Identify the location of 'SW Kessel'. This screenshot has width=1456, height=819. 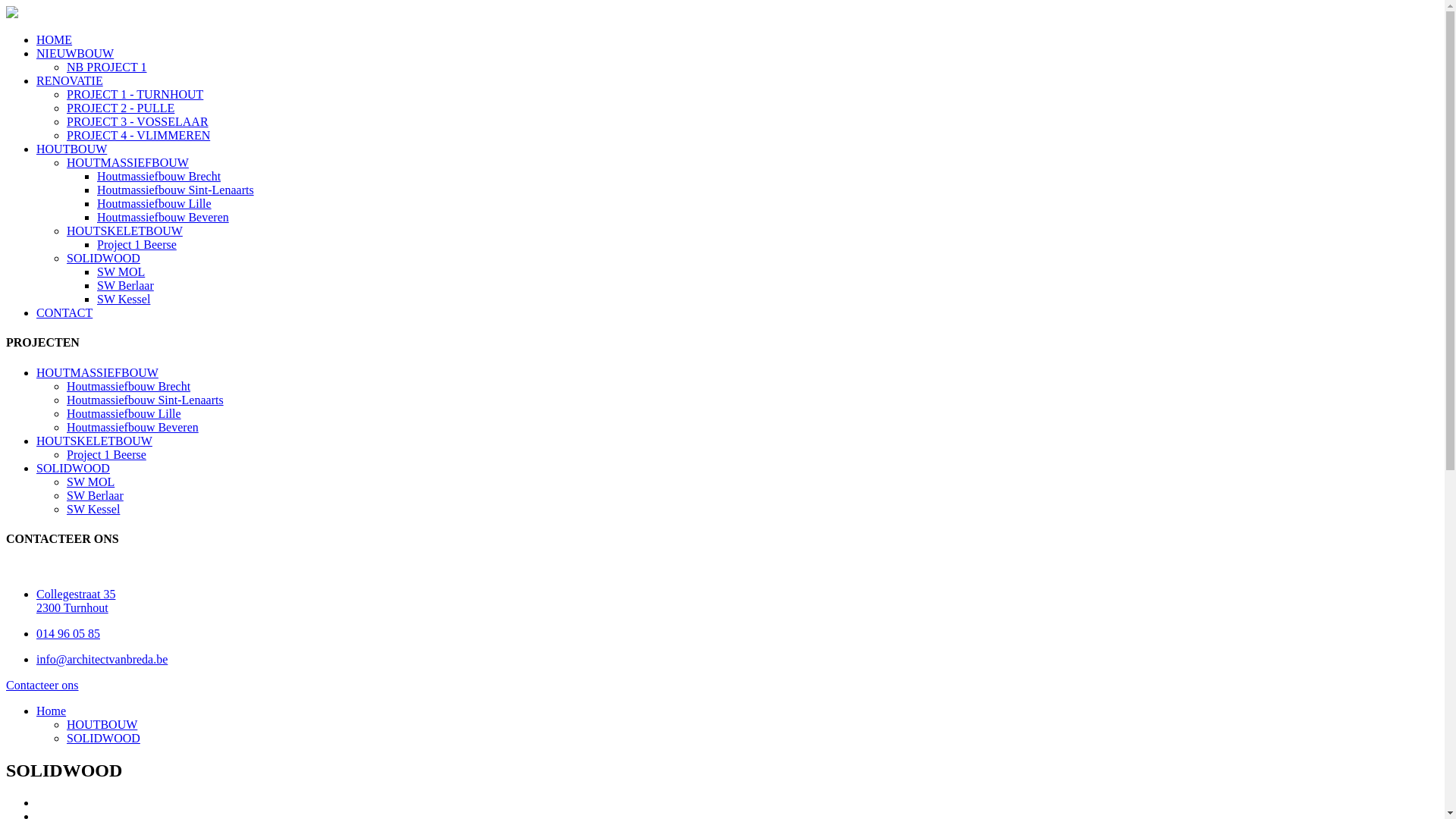
(124, 299).